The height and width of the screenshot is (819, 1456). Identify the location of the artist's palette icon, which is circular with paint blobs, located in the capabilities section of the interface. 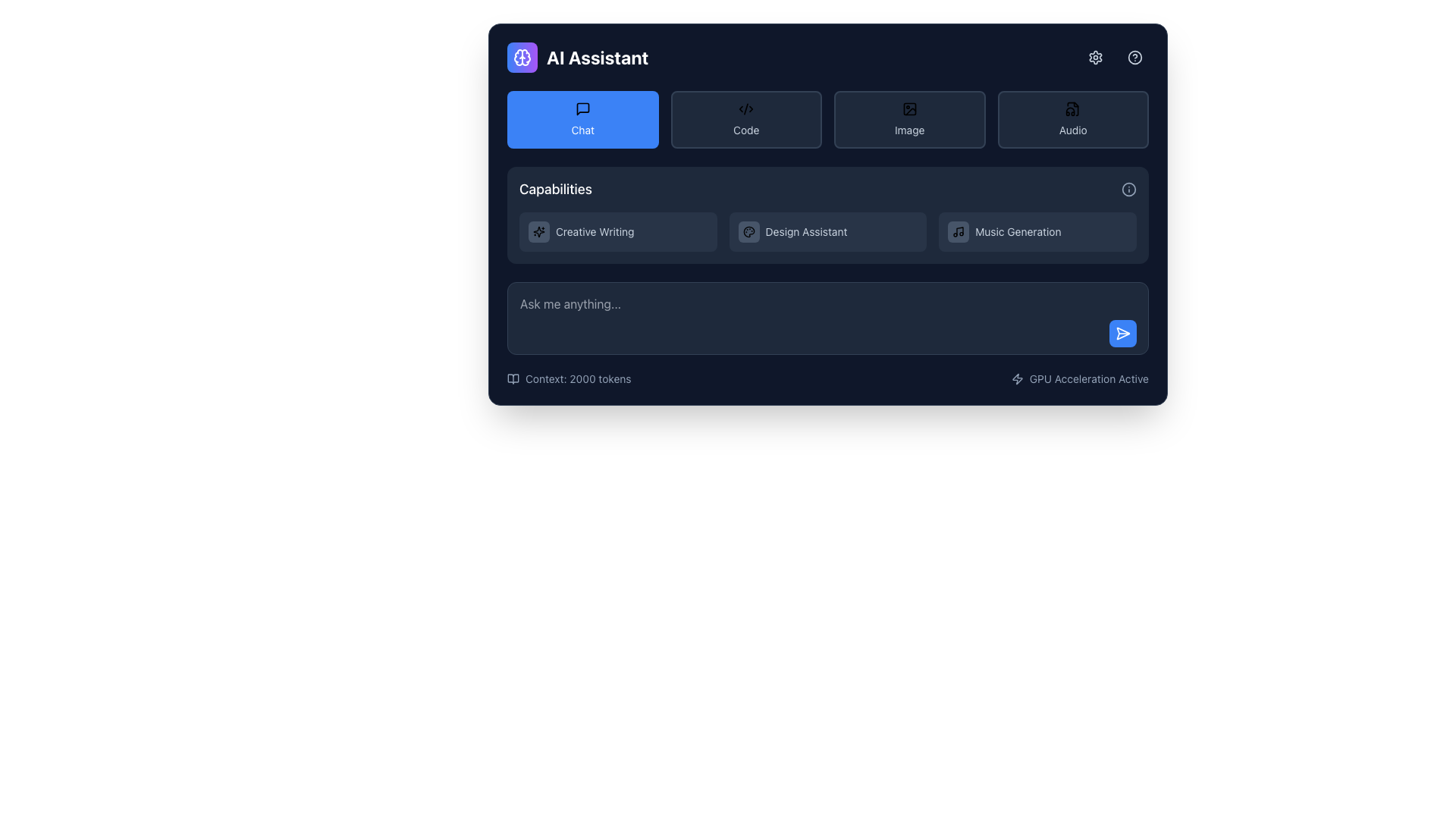
(748, 231).